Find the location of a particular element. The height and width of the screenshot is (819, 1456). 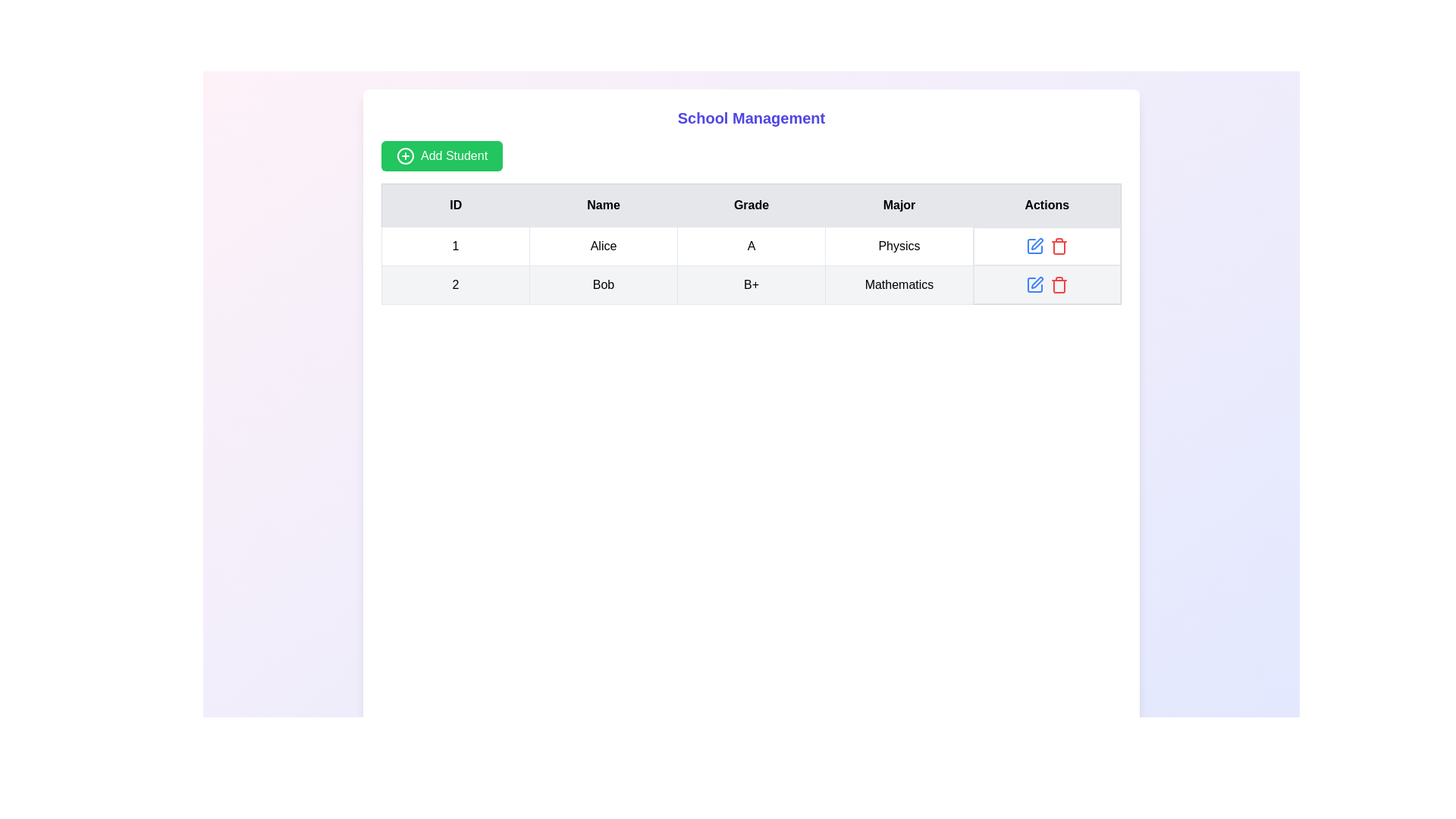

the edit icon in the Actions column for the second row associated with 'Bob' to initiate the editing process is located at coordinates (1036, 243).